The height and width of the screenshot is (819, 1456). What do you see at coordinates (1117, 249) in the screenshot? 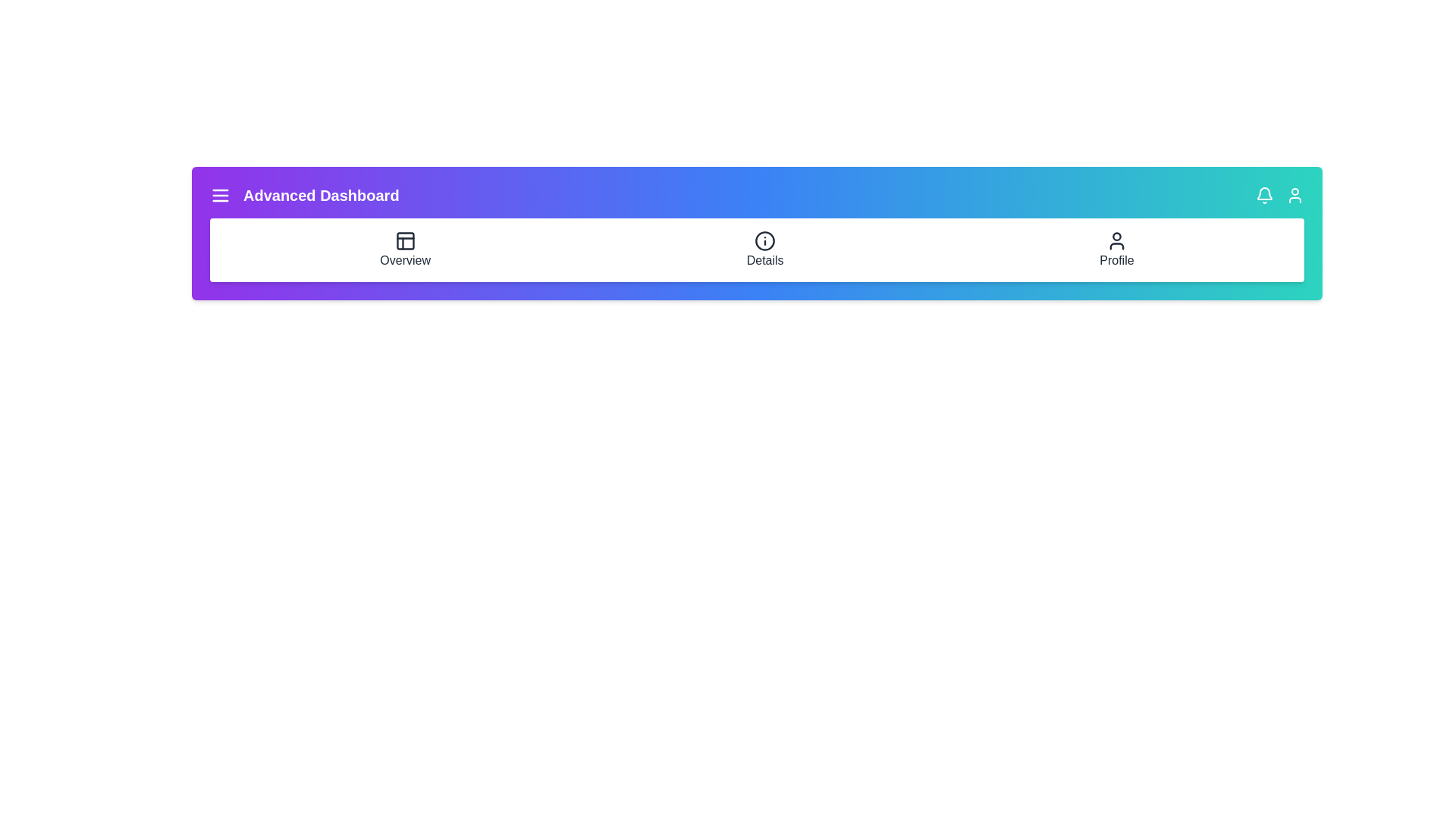
I see `the 'Profile' navigation item` at bounding box center [1117, 249].